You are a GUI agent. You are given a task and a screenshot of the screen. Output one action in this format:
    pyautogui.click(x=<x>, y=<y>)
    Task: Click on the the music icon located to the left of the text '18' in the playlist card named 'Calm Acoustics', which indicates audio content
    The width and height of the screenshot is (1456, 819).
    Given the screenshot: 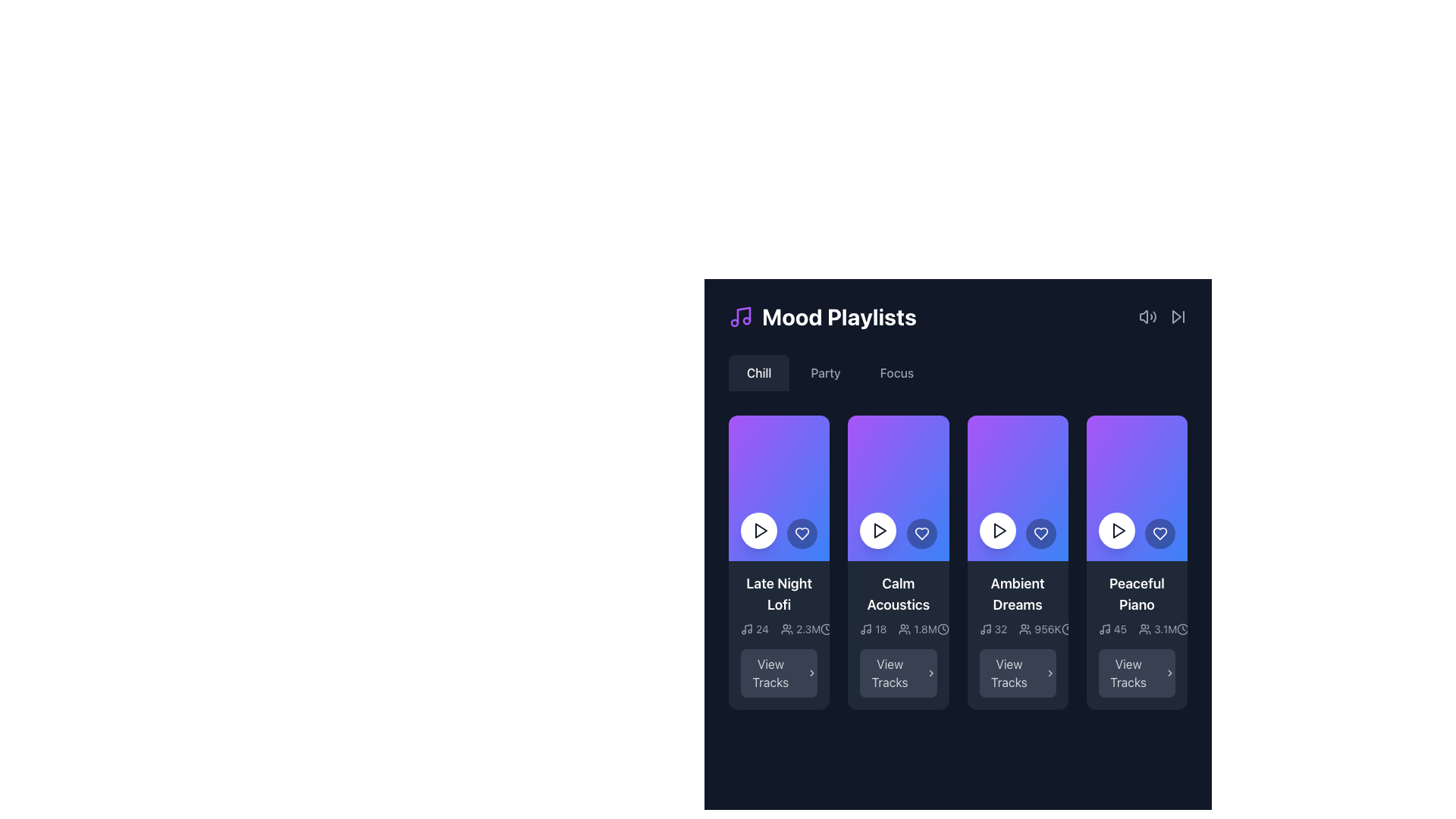 What is the action you would take?
    pyautogui.click(x=866, y=629)
    